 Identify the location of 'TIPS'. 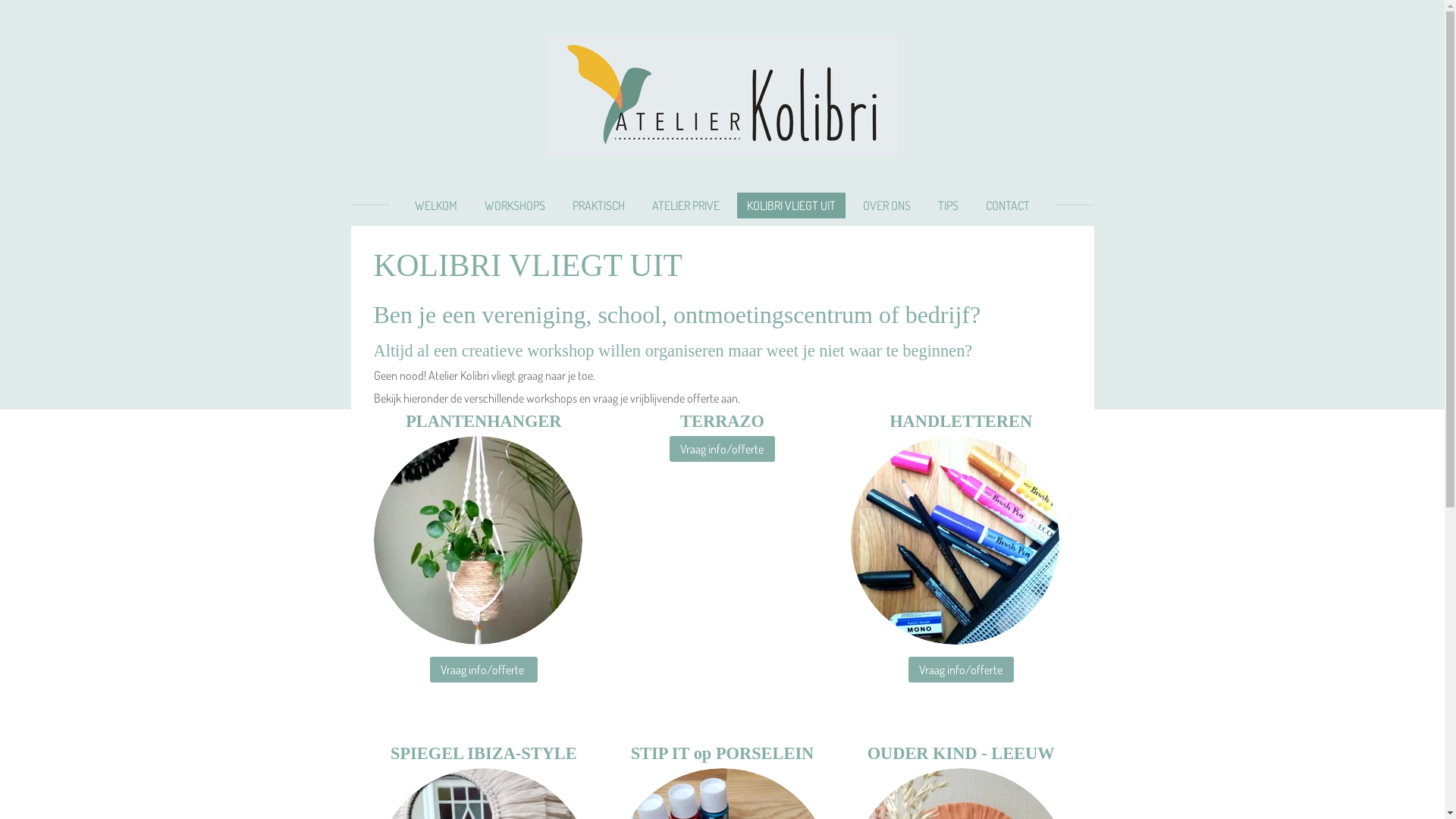
(947, 205).